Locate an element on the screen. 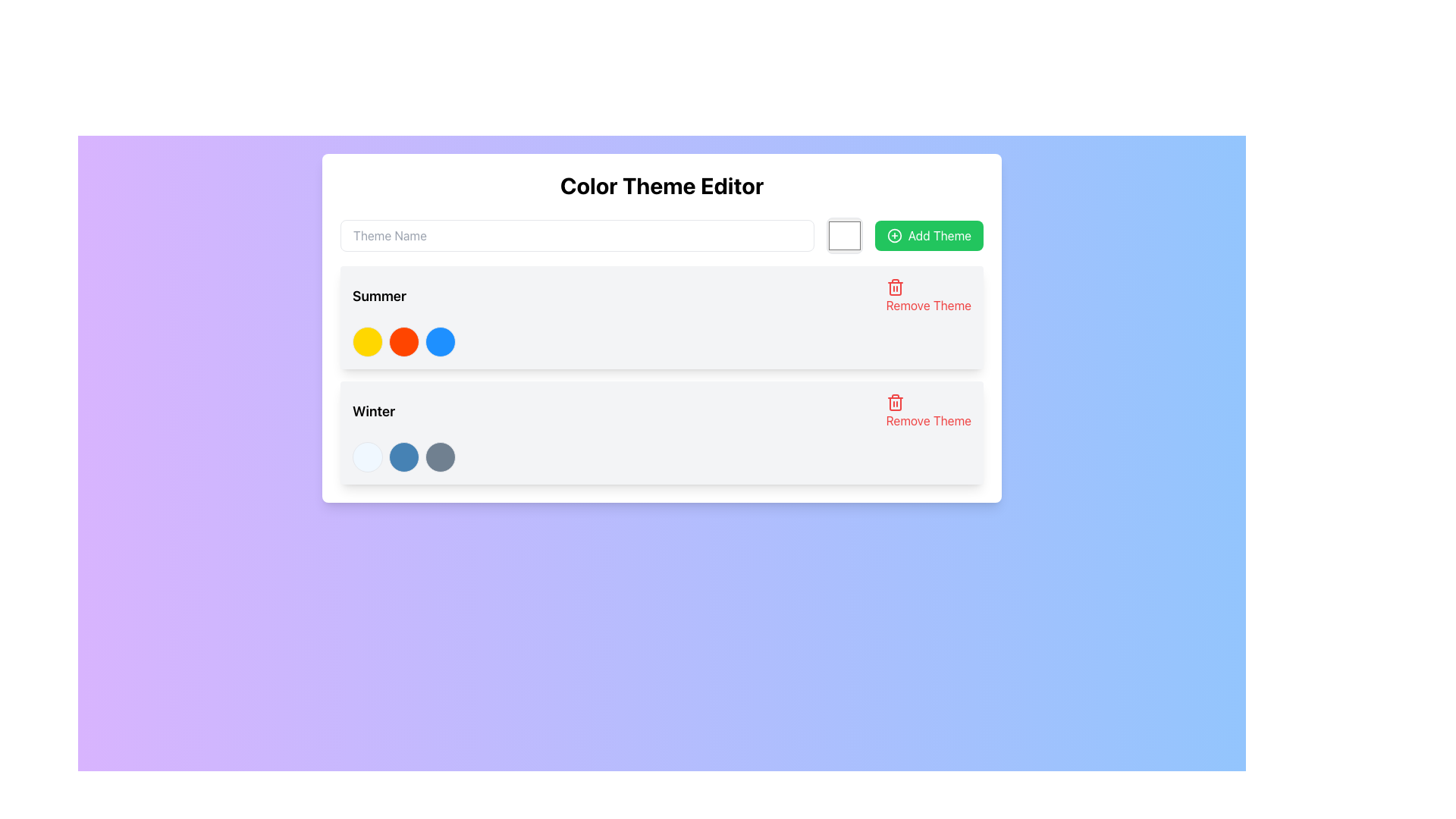 The image size is (1456, 819). the third circular Color Picker Option in the Winter section of the theme editor is located at coordinates (439, 456).